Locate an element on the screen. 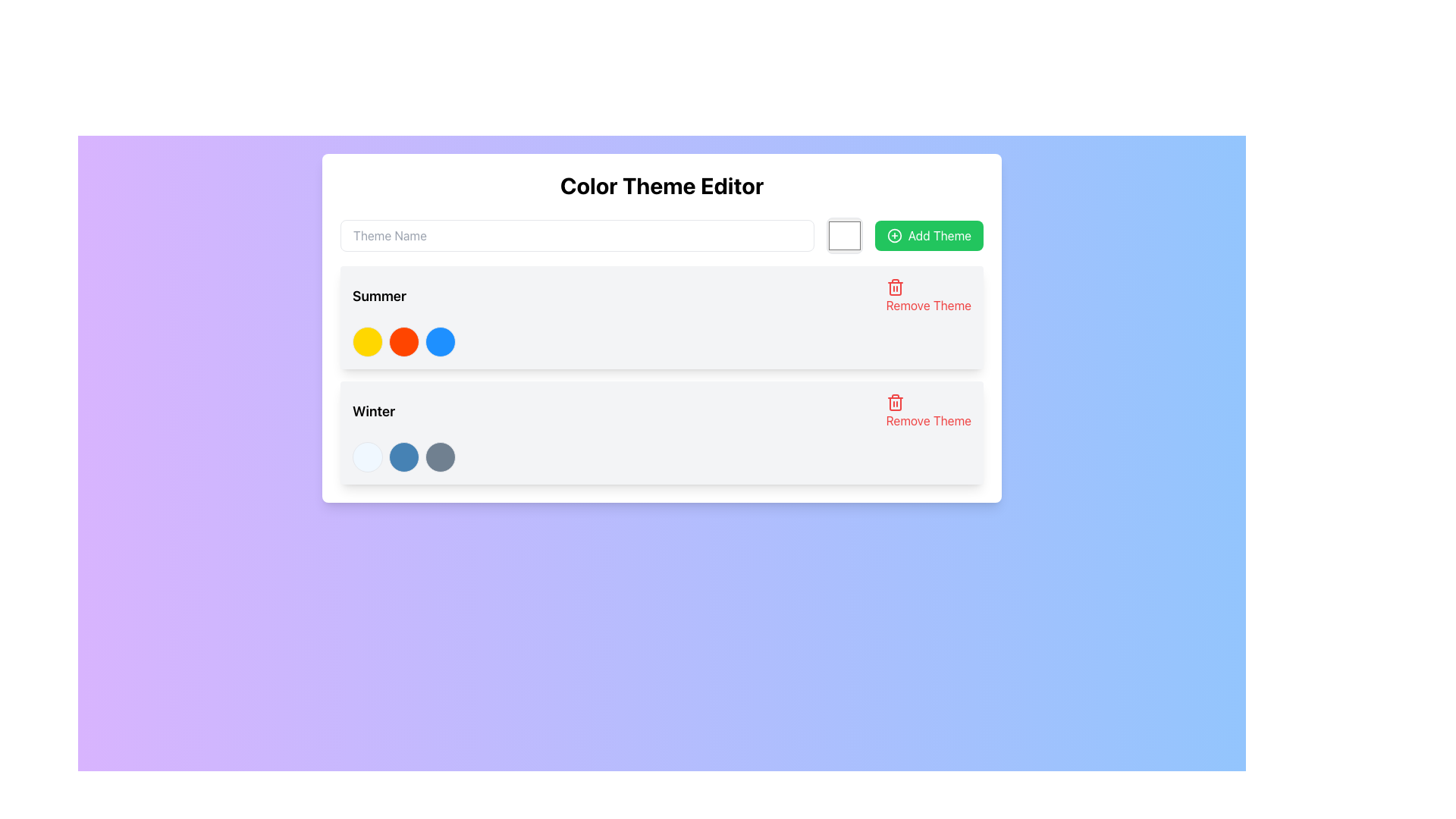 The image size is (1456, 819). the third circular Color Picker Option in the Winter section of the theme editor is located at coordinates (439, 456).